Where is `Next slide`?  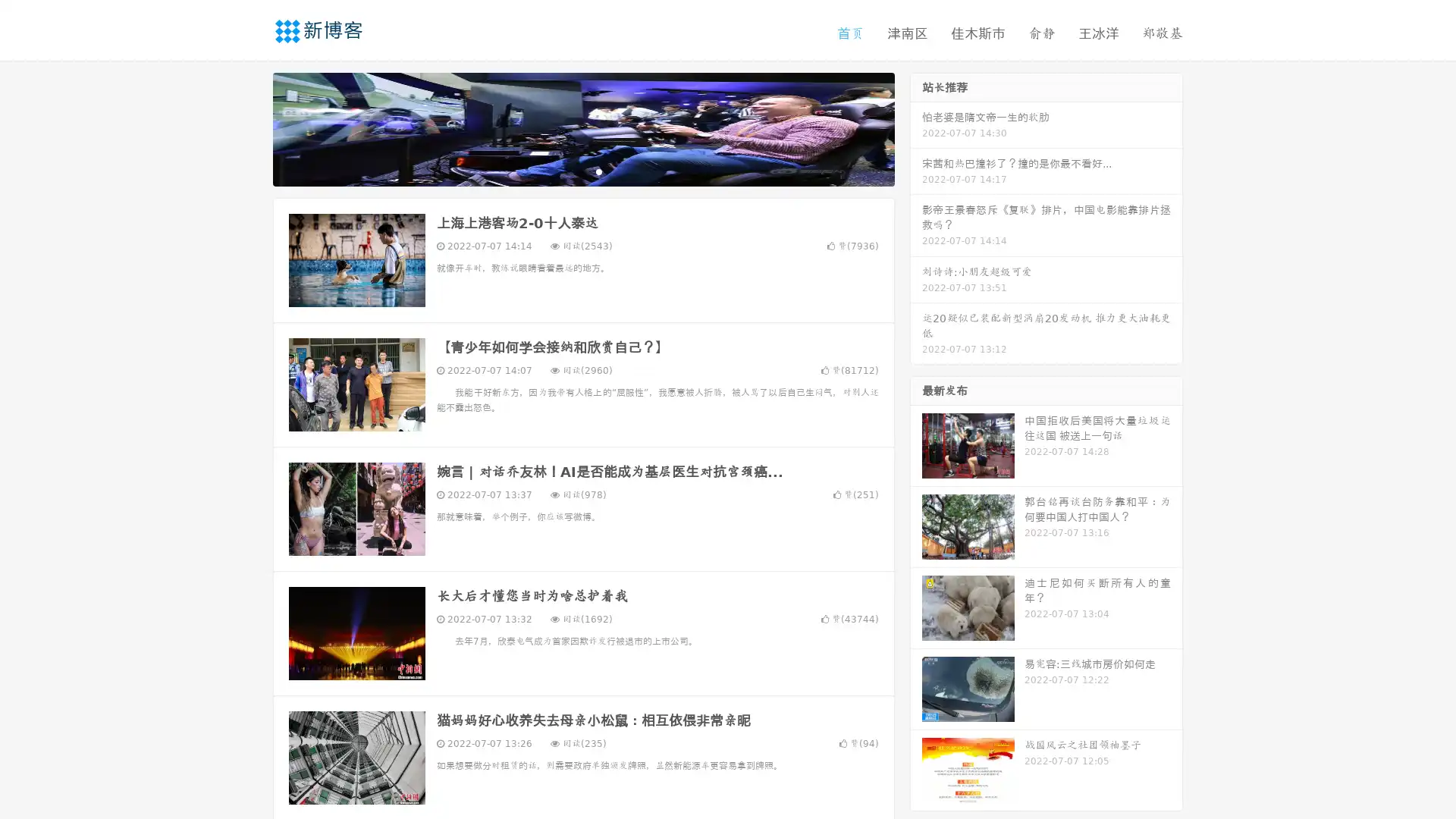
Next slide is located at coordinates (916, 127).